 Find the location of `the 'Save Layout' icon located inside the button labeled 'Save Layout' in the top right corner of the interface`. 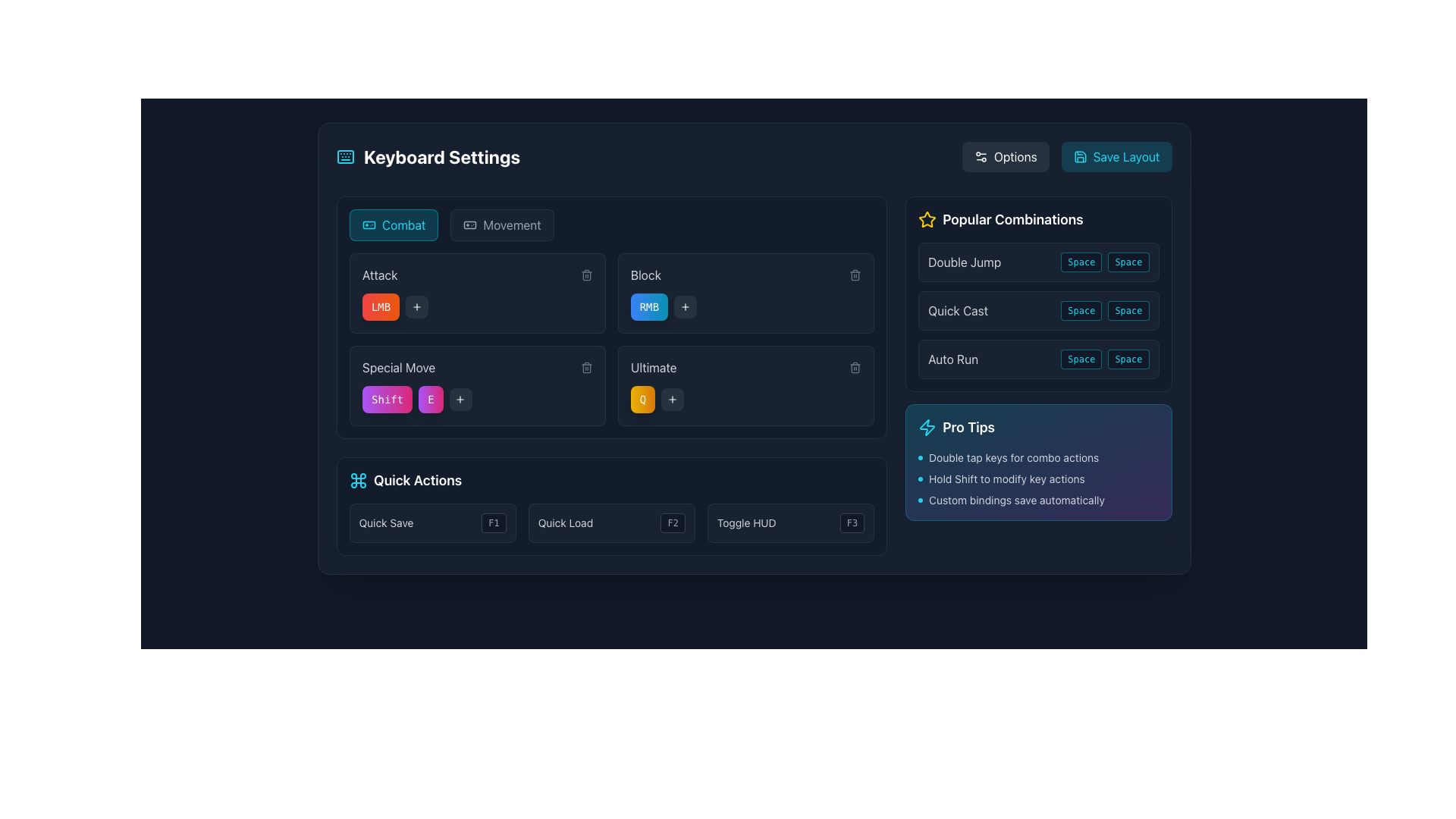

the 'Save Layout' icon located inside the button labeled 'Save Layout' in the top right corner of the interface is located at coordinates (1079, 157).